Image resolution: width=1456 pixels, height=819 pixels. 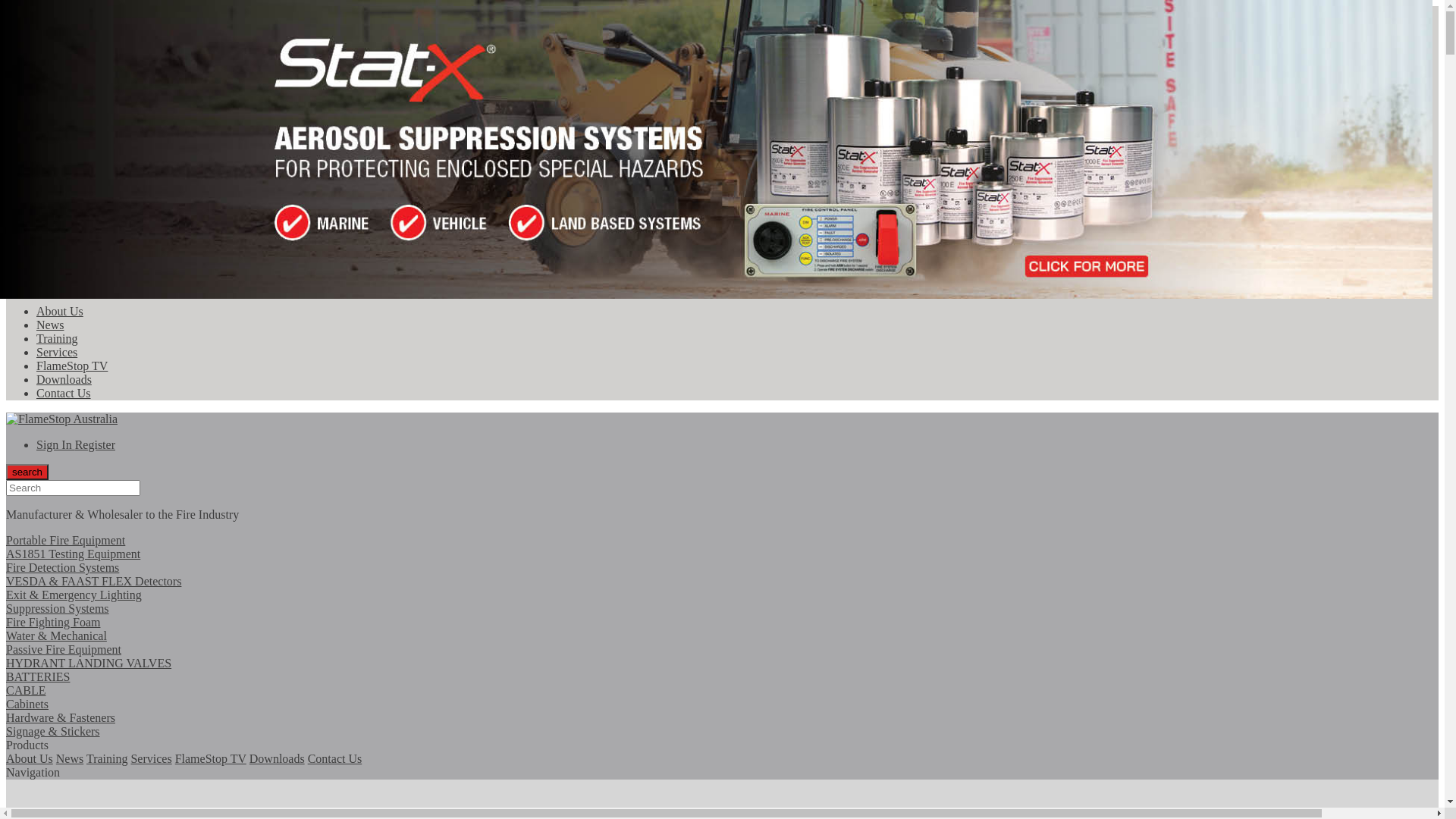 What do you see at coordinates (61, 419) in the screenshot?
I see `'FlameStop Australia'` at bounding box center [61, 419].